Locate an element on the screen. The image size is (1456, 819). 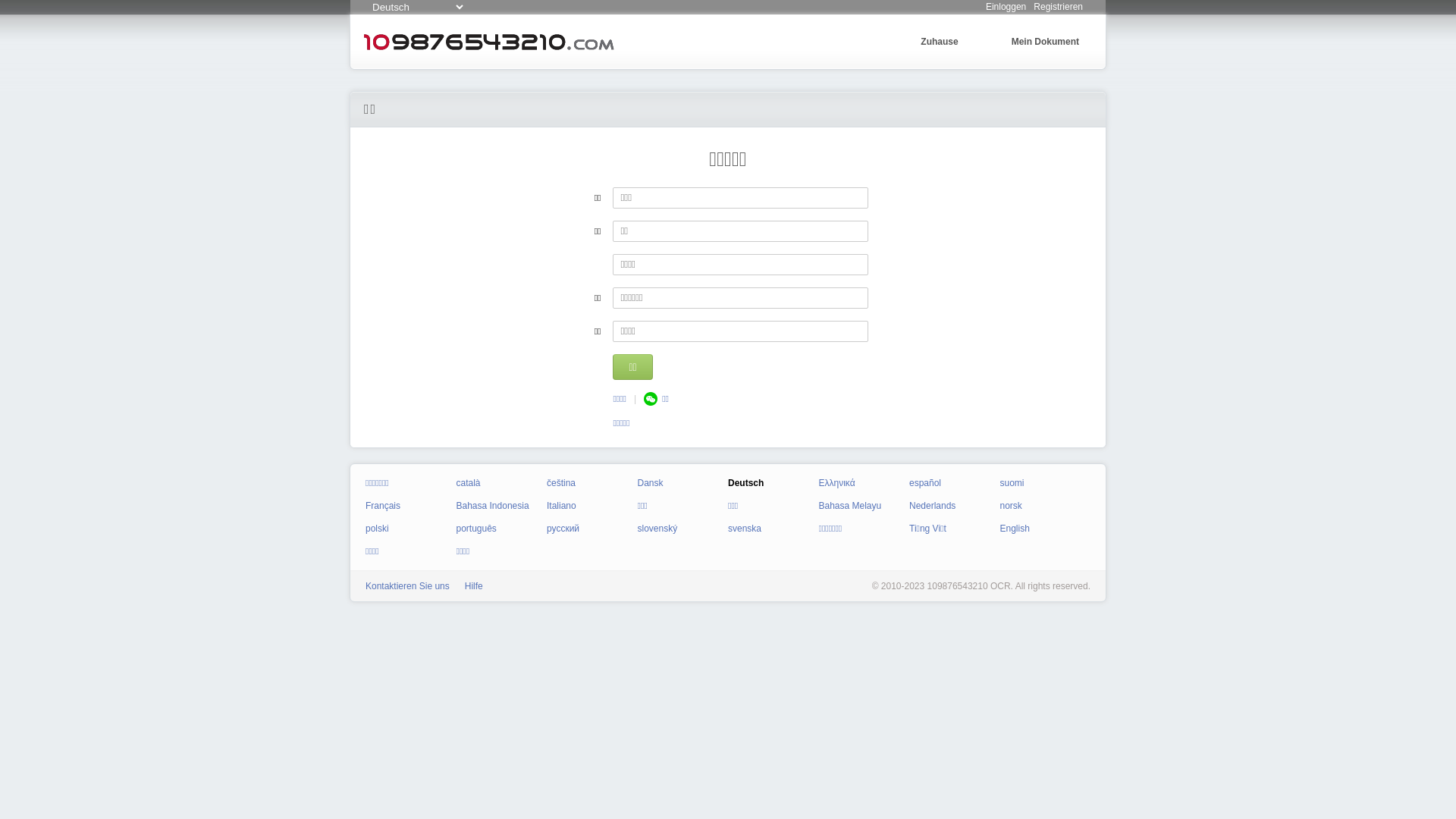
'English' is located at coordinates (999, 528).